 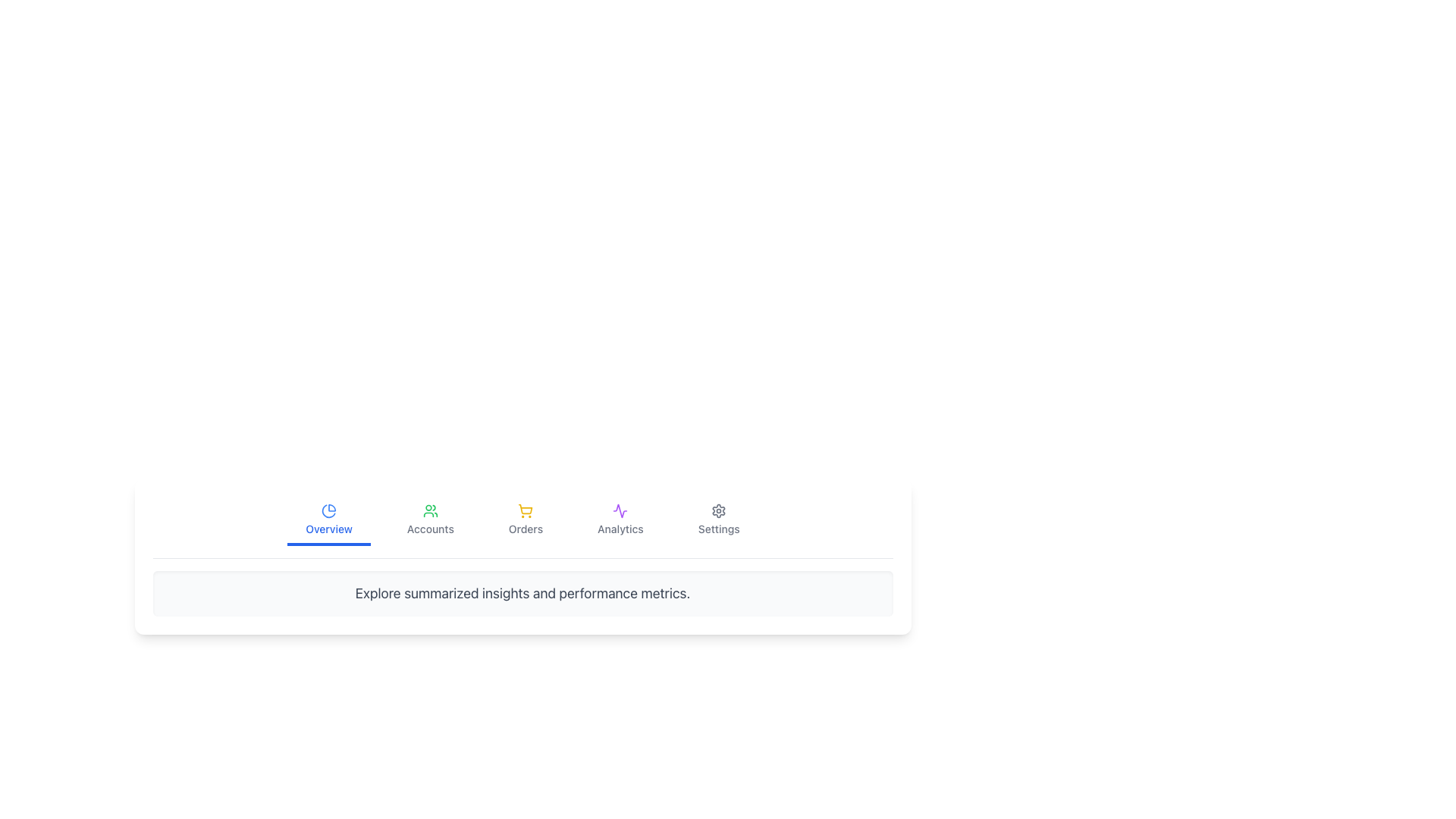 I want to click on the shopping cart icon representing the 'Orders' section in the navigation bar for keyboard interaction, so click(x=526, y=511).